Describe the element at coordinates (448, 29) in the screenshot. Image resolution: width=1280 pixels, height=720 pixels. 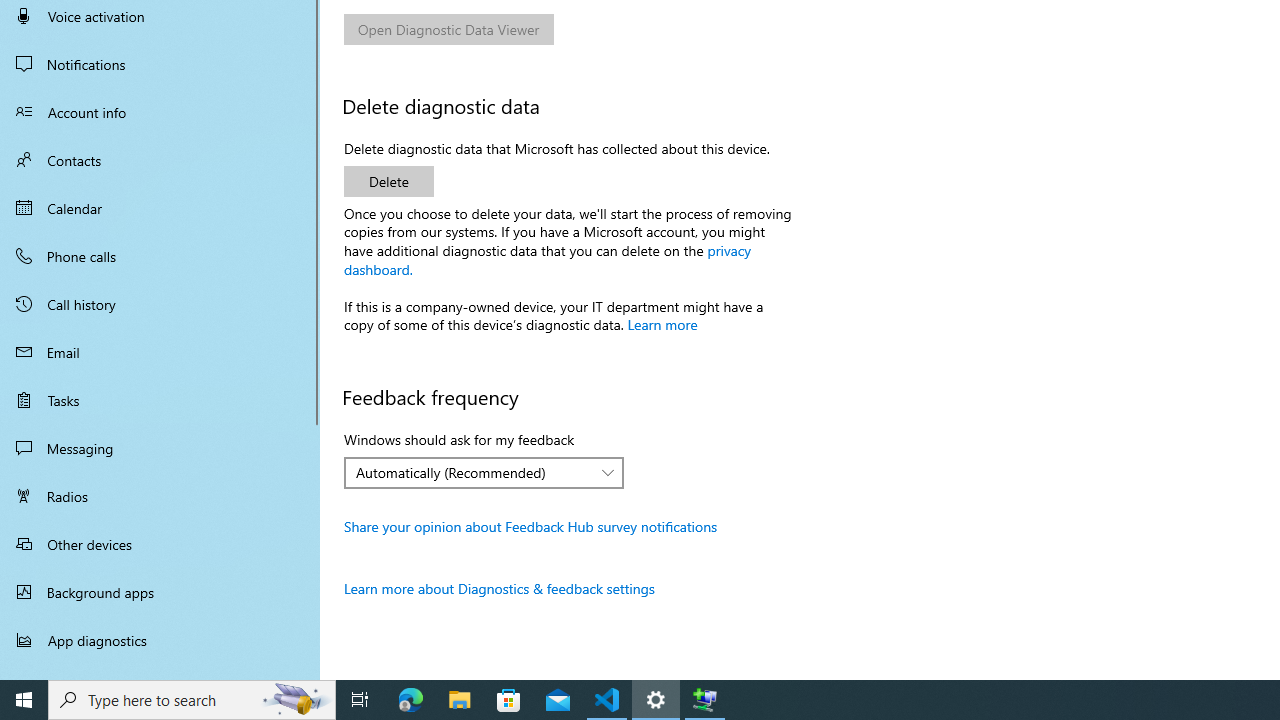
I see `'Open Diagnostic Data Viewer'` at that location.